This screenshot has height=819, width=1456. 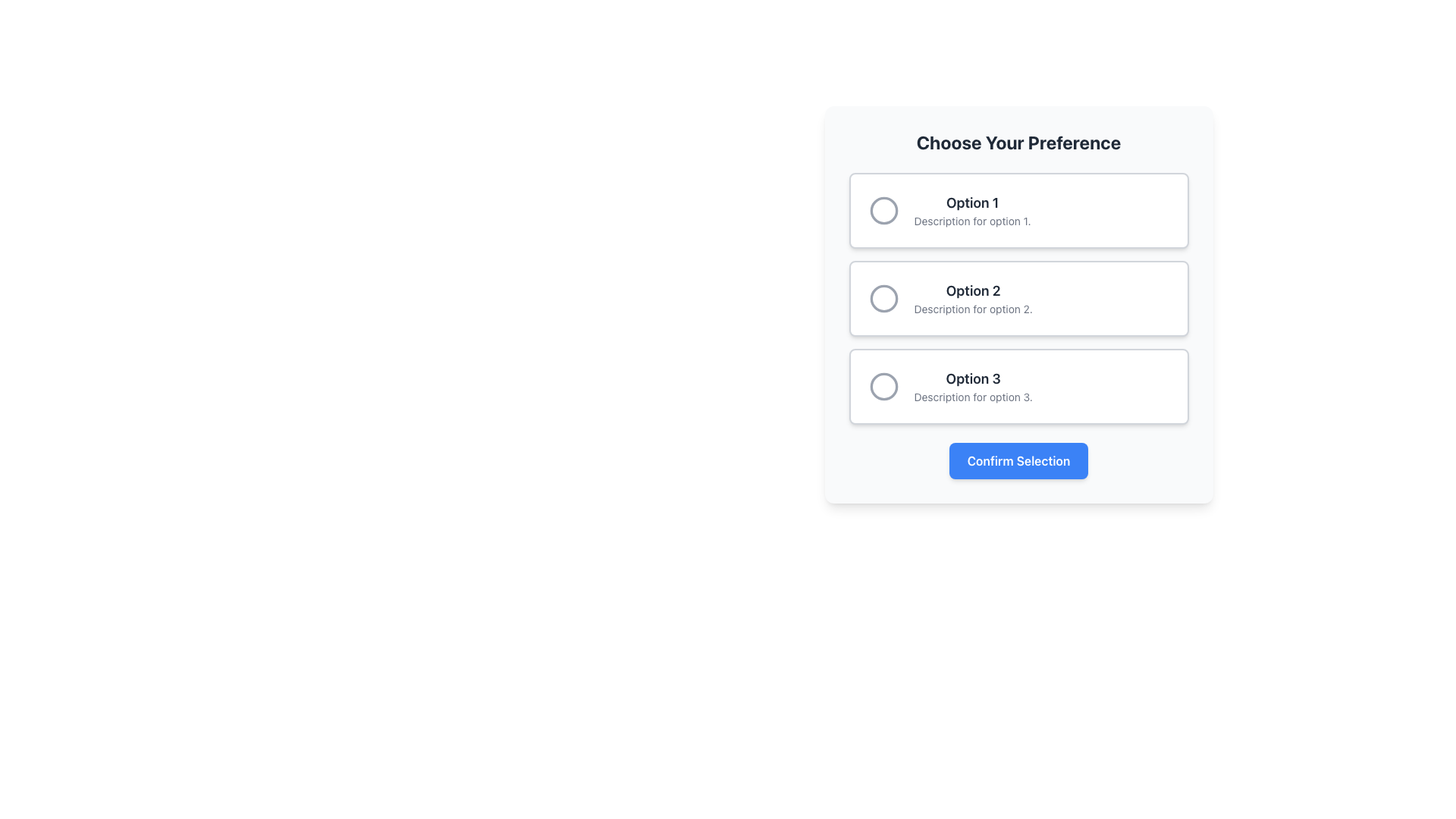 I want to click on the radio button indicator for 'Option 1' in the 'Choose Your Preference' list, so click(x=883, y=210).